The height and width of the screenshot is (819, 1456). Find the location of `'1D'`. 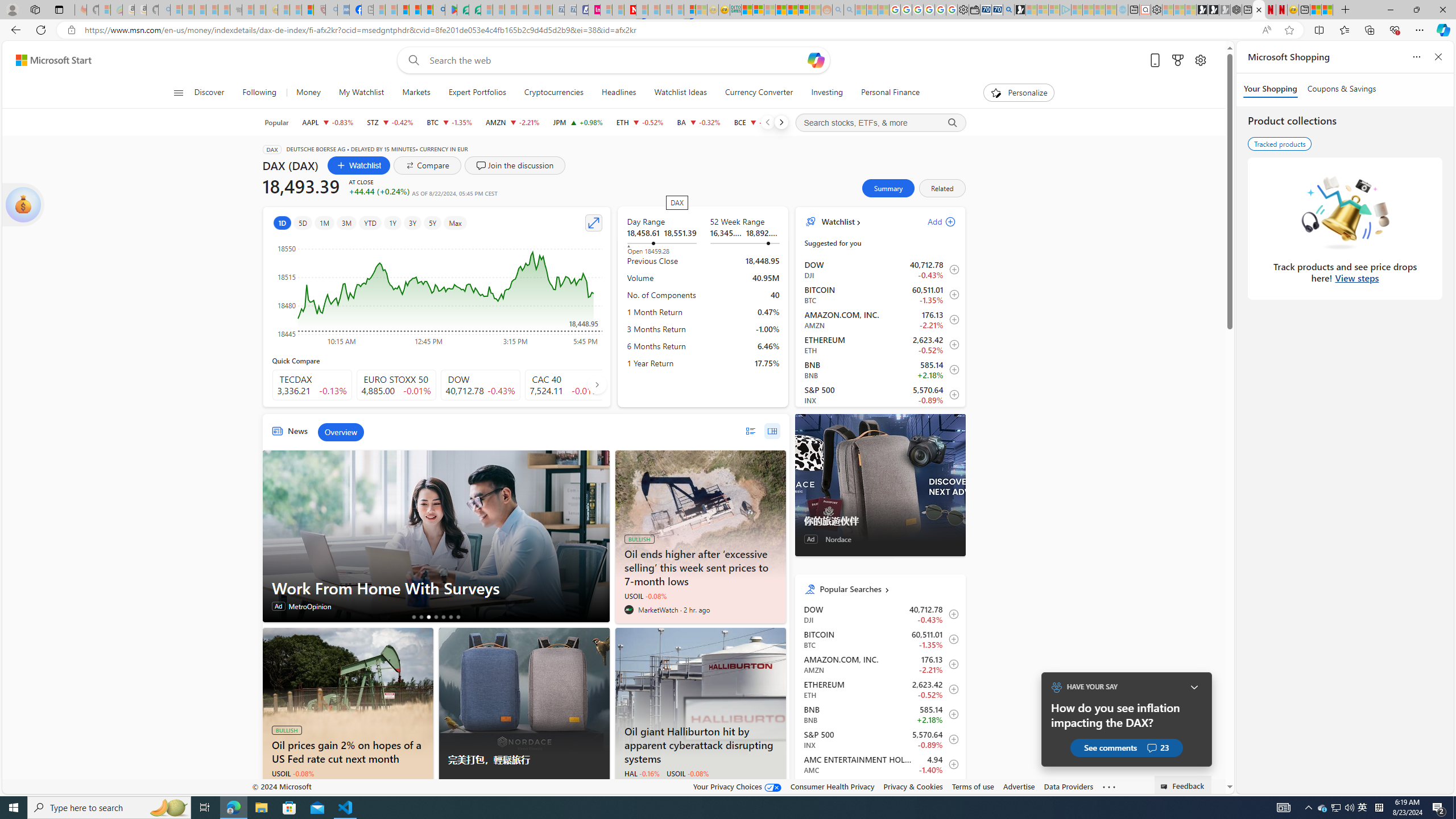

'1D' is located at coordinates (282, 222).